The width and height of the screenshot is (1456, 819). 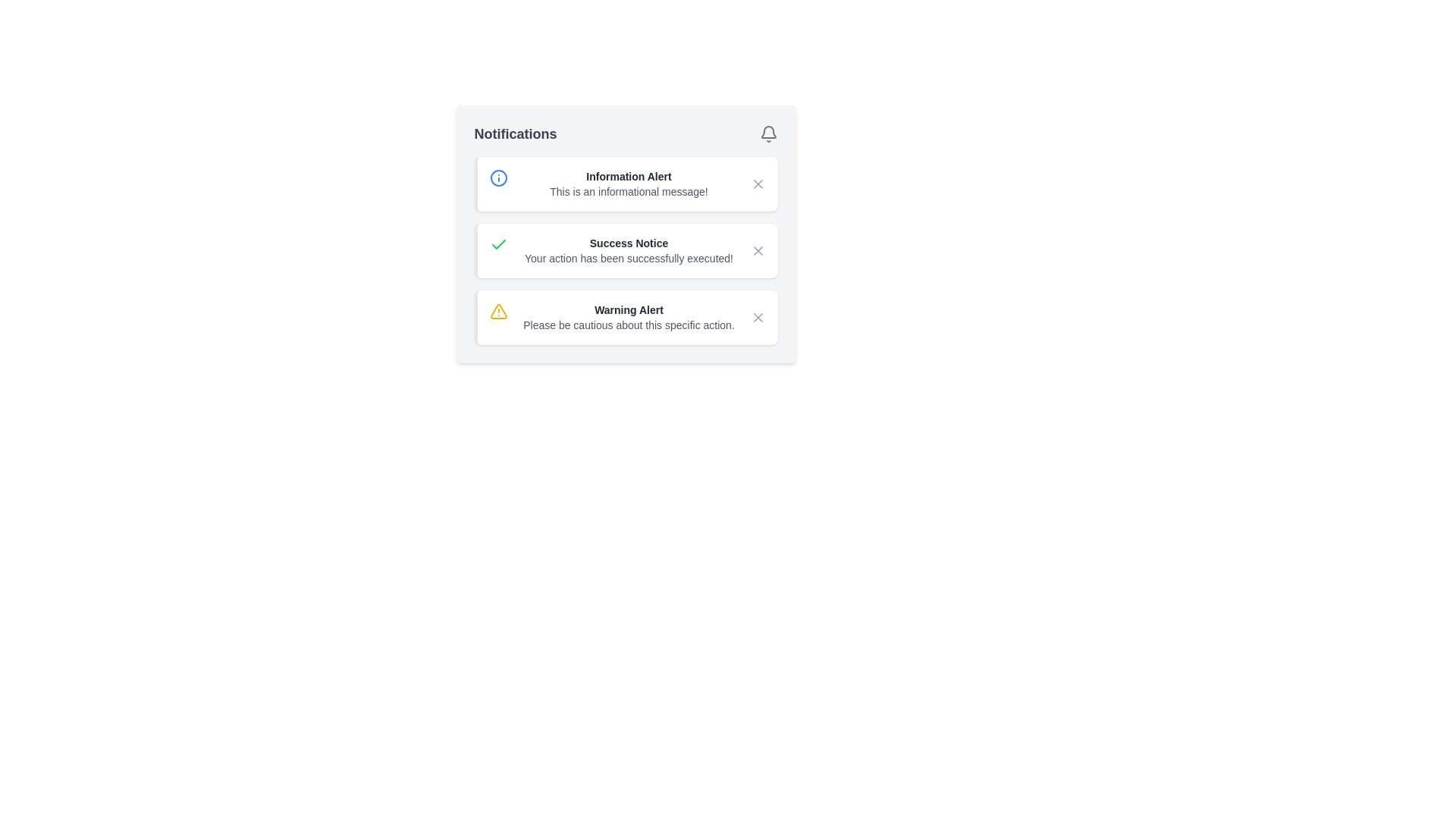 I want to click on the Text label that displays 'This is an informational message!' located below the title 'Information Alert' in the first notification card, so click(x=629, y=191).